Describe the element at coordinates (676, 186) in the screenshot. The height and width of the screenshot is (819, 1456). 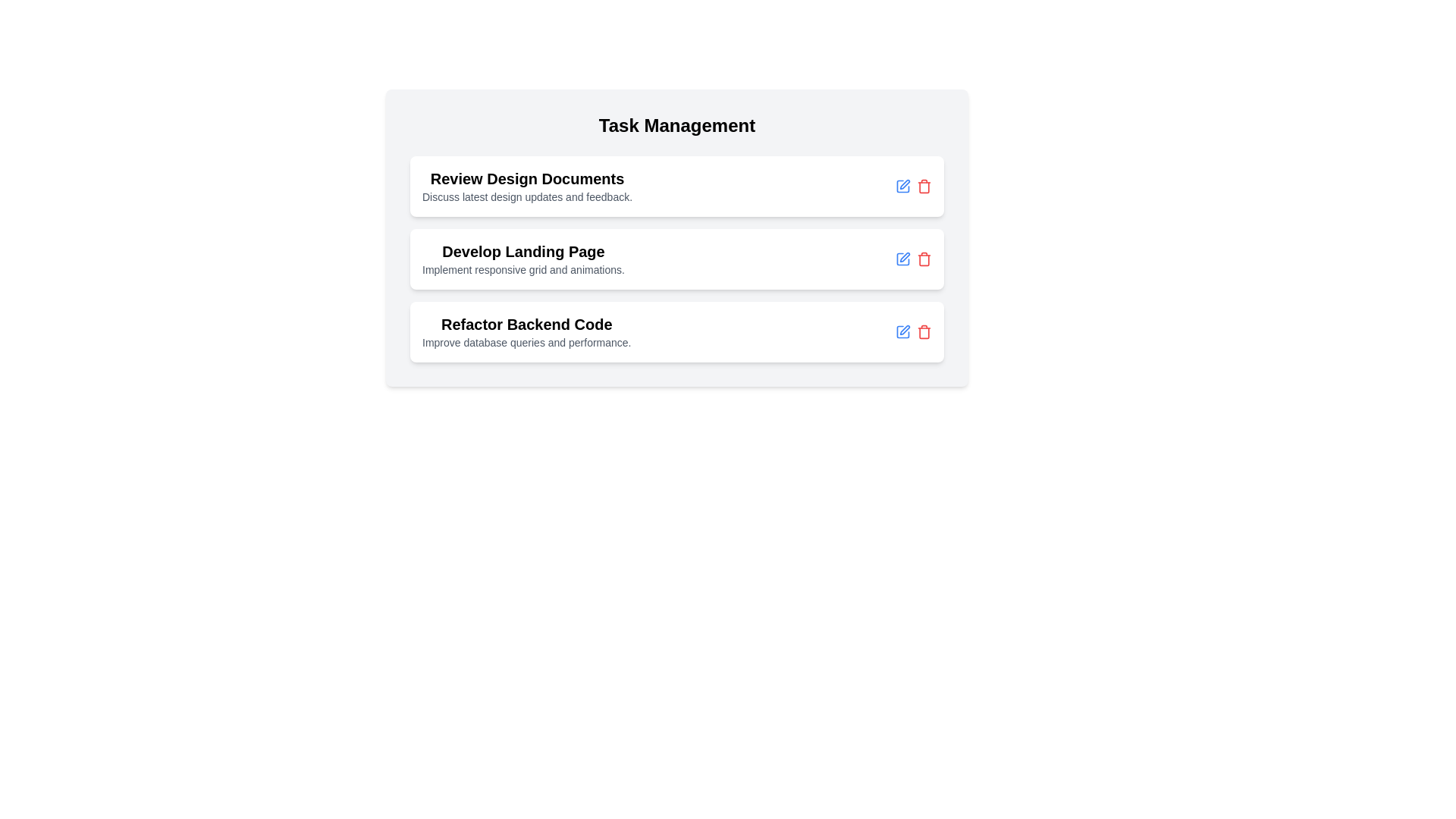
I see `the task card in the task management interface to emphasize it` at that location.